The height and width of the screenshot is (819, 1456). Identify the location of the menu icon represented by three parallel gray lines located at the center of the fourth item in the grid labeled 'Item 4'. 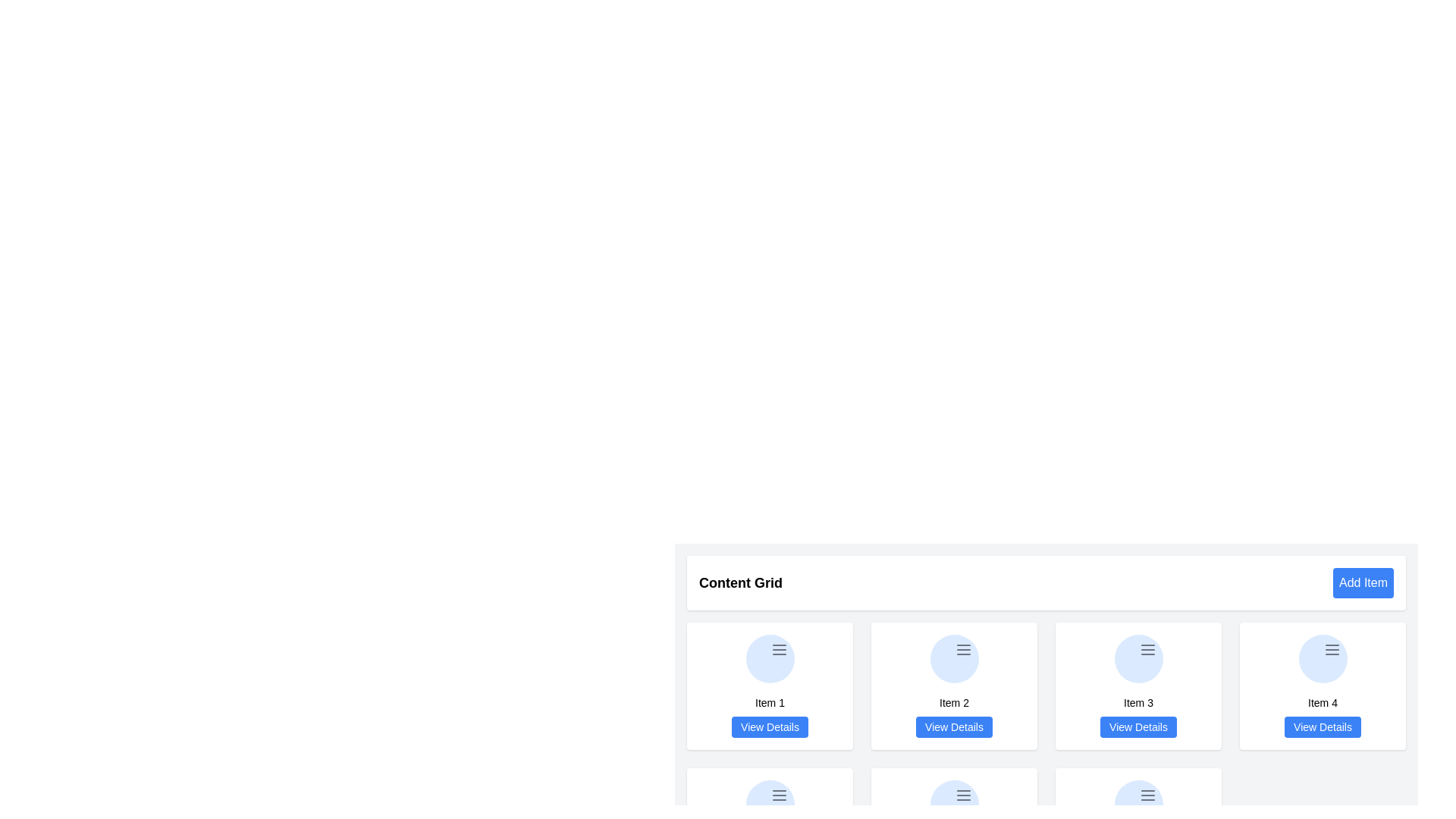
(962, 795).